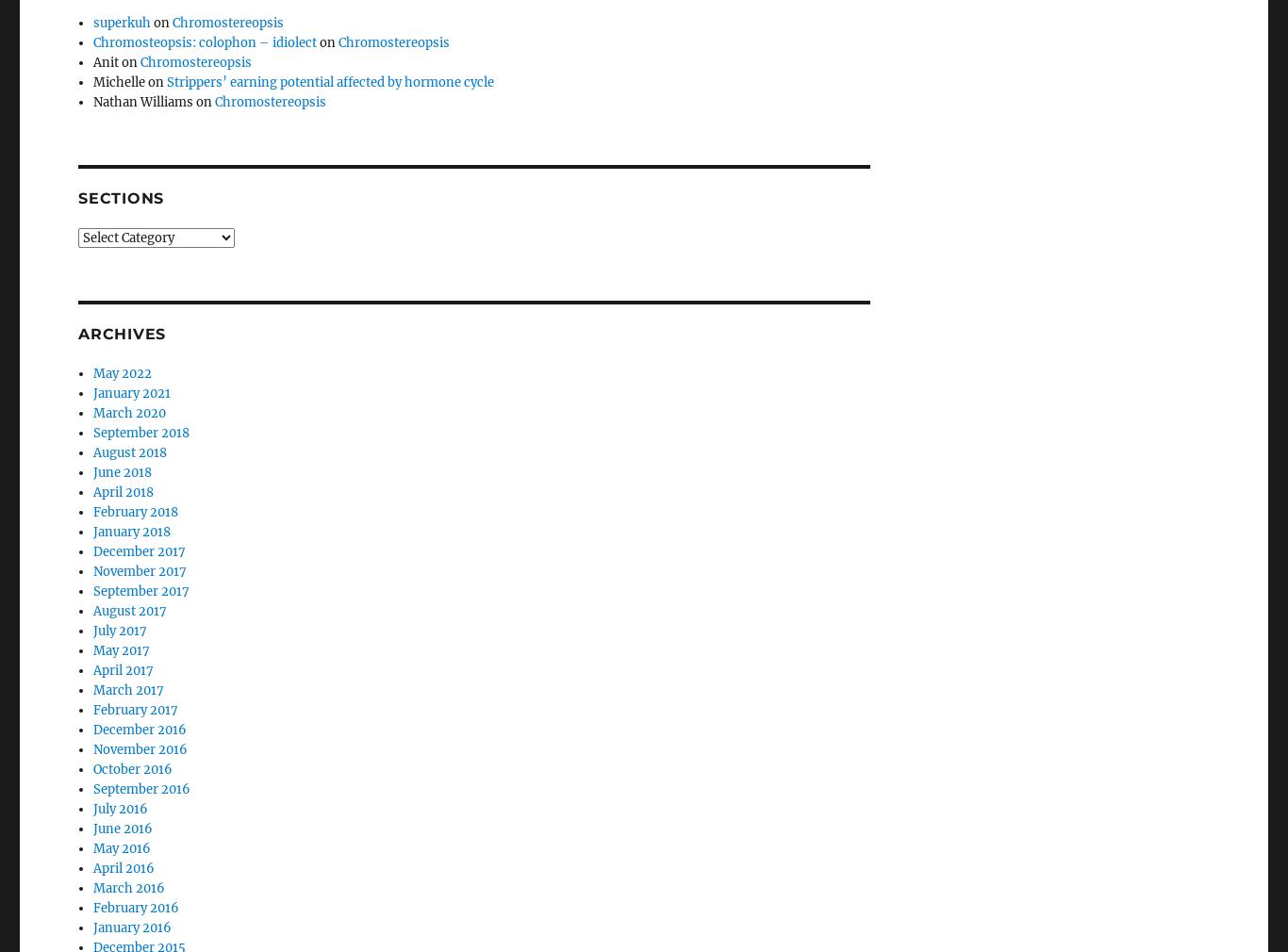 The image size is (1288, 952). I want to click on 'June 2018', so click(122, 420).